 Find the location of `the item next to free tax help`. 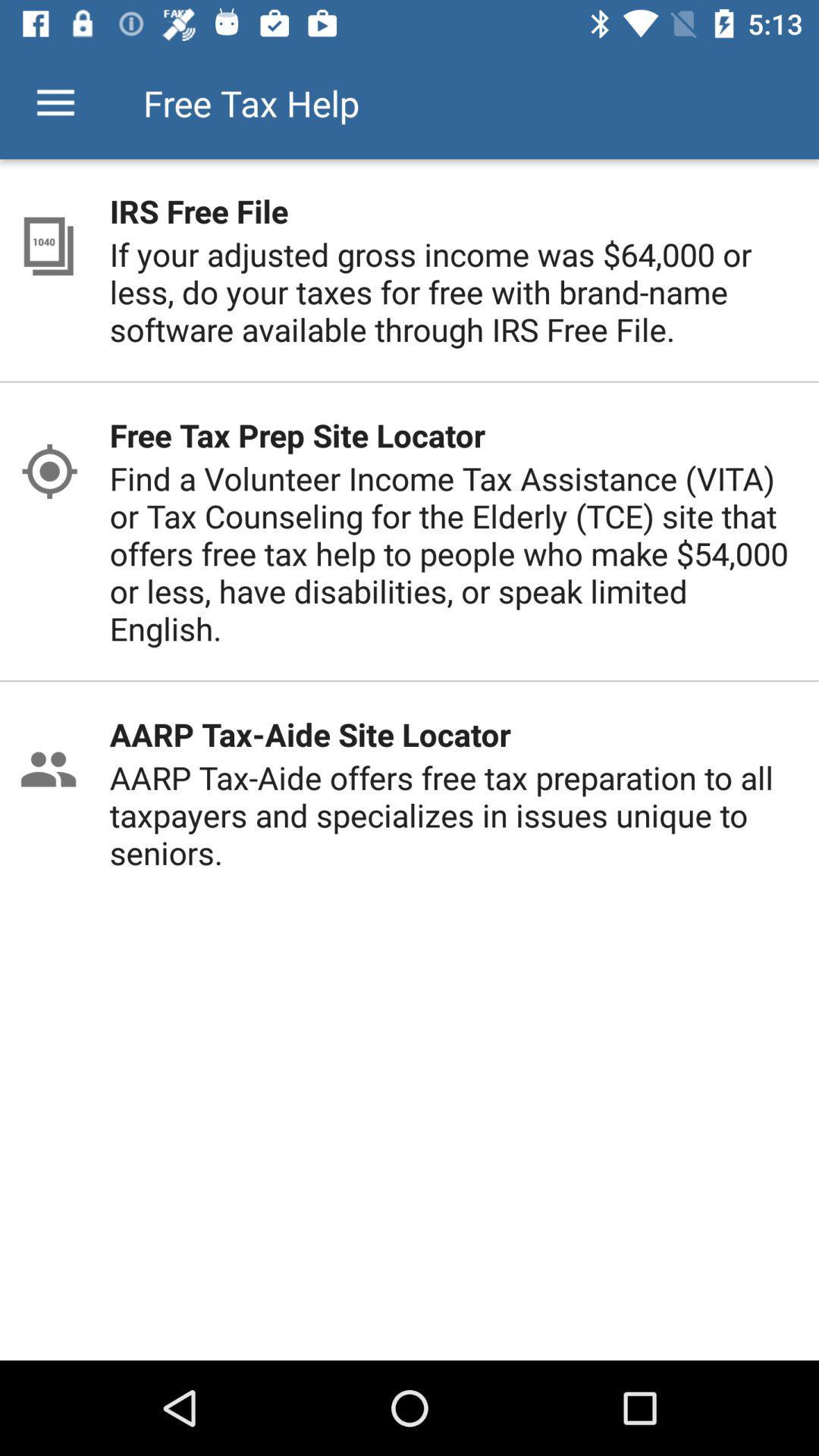

the item next to free tax help is located at coordinates (55, 102).